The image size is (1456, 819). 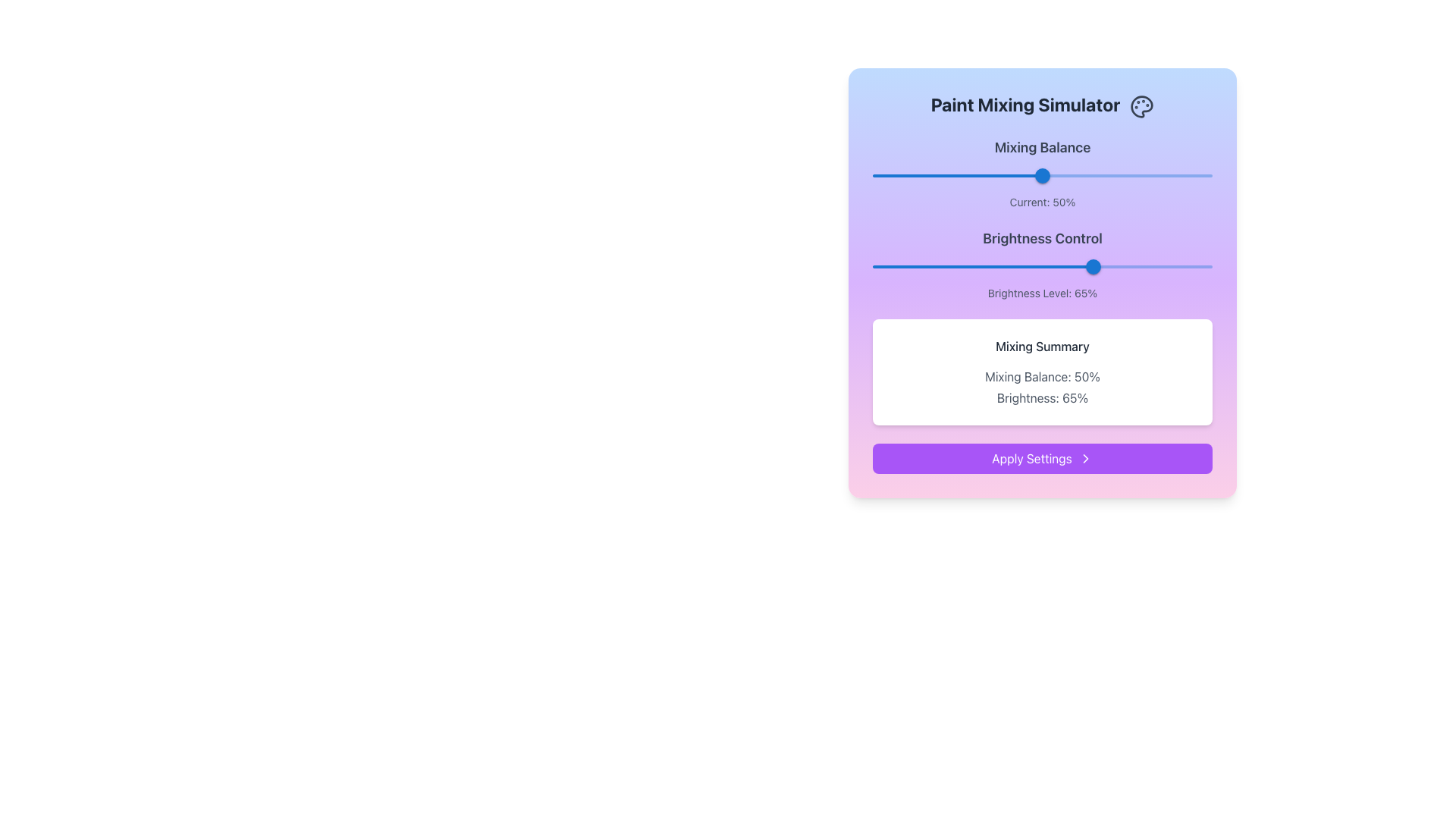 I want to click on Mixing Balance, so click(x=1041, y=174).